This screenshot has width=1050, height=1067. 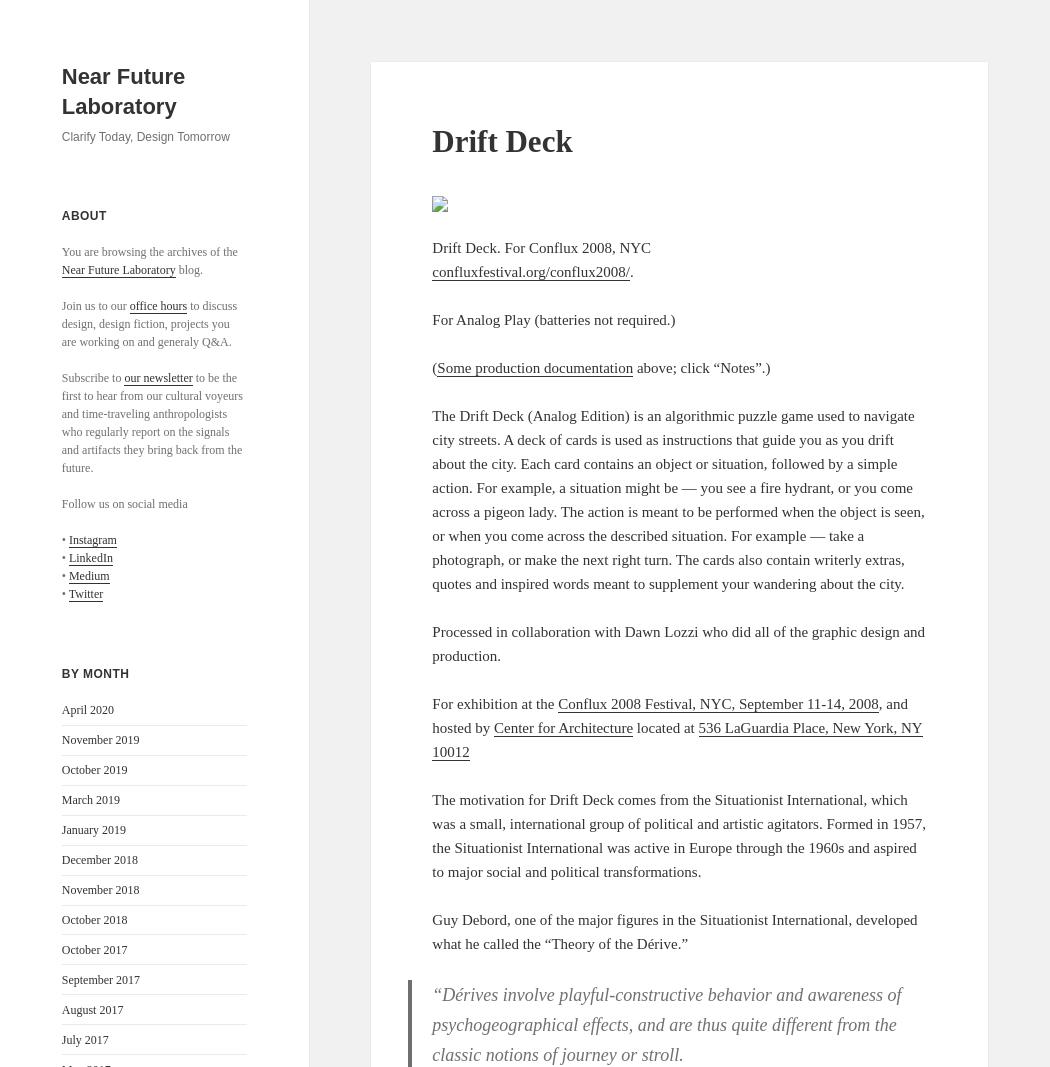 What do you see at coordinates (534, 366) in the screenshot?
I see `'Some production documentation'` at bounding box center [534, 366].